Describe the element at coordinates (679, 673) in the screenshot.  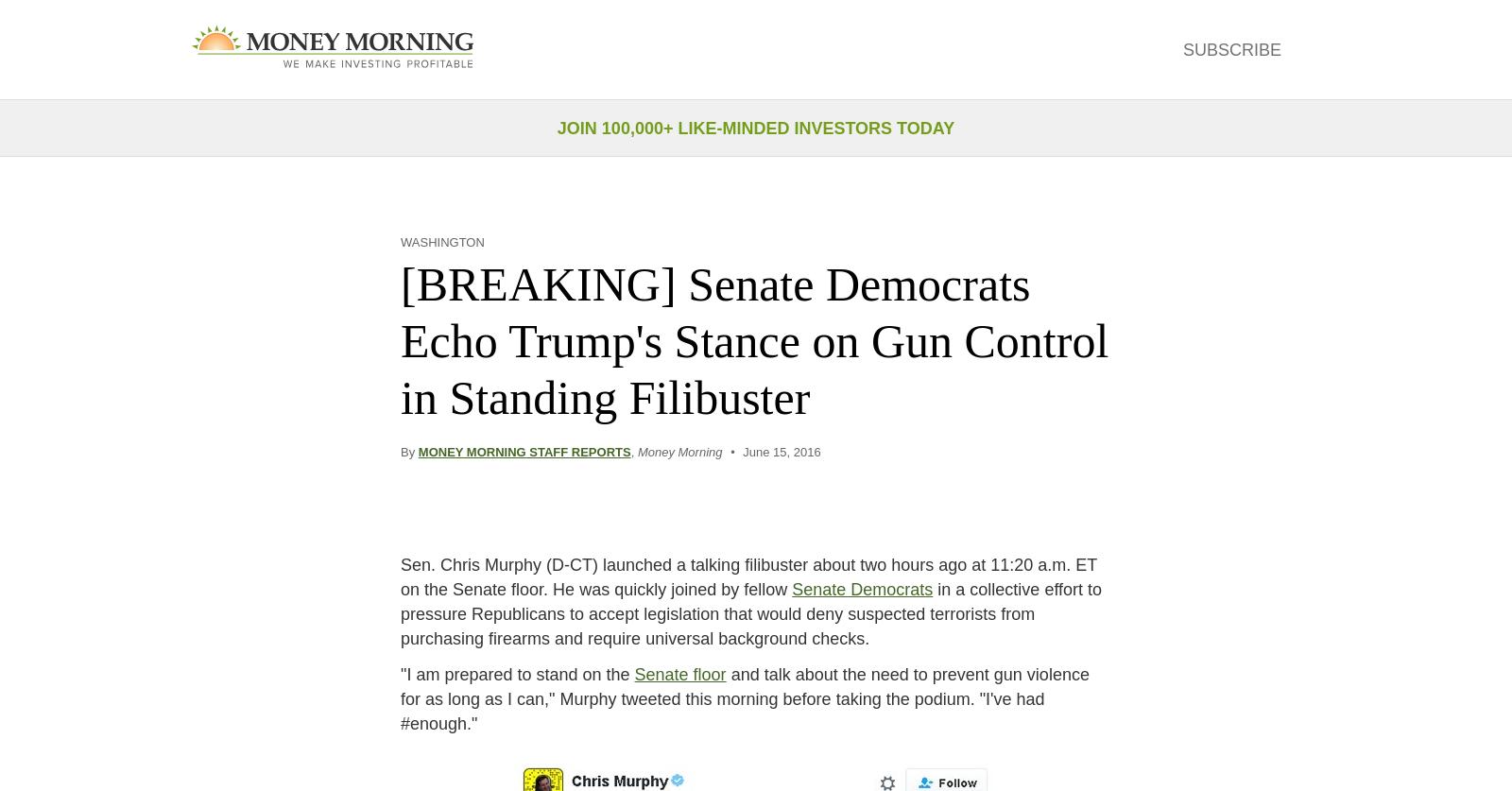
I see `'Senate floor'` at that location.